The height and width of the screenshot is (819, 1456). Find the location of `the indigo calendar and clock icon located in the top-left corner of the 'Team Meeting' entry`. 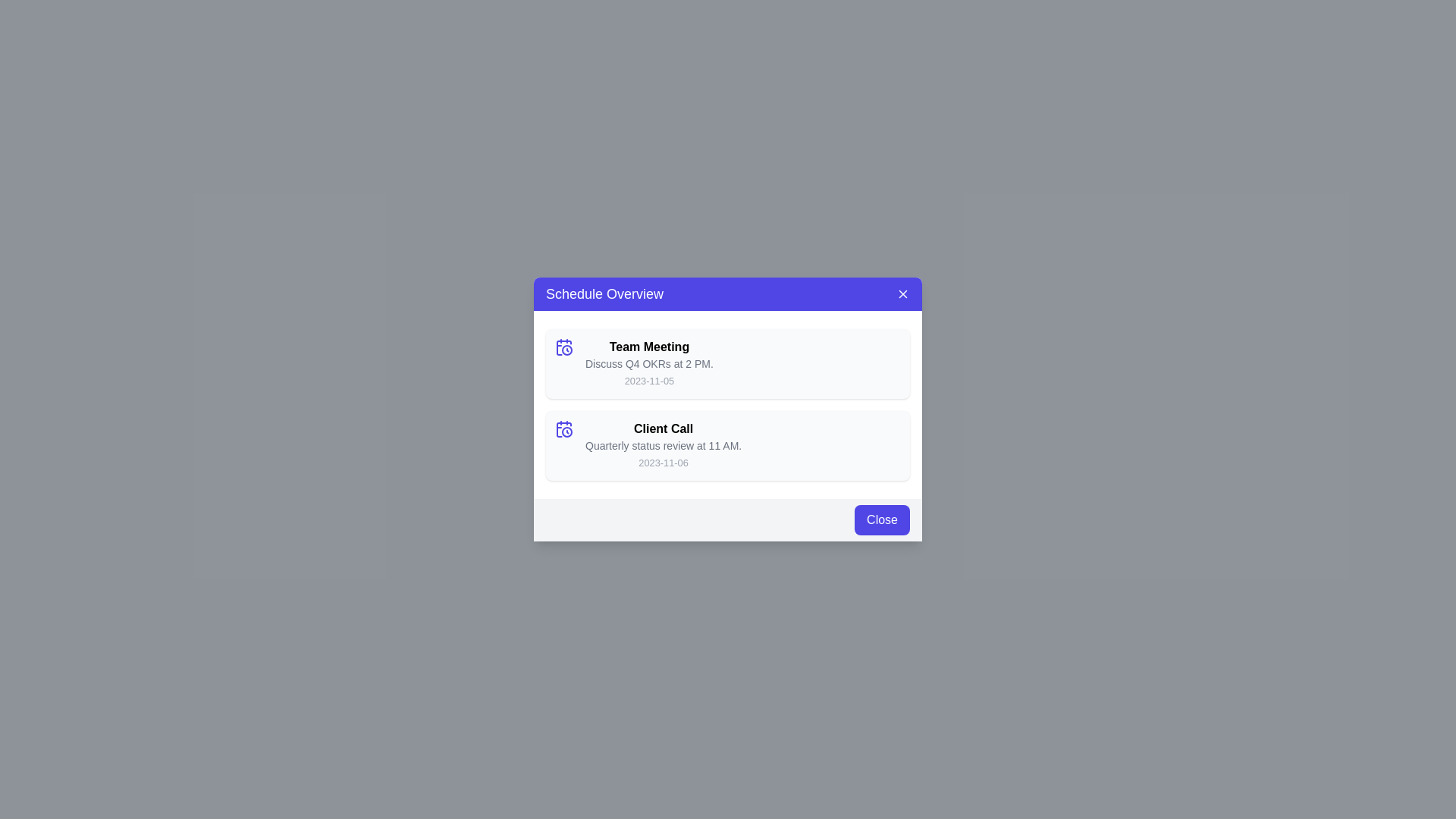

the indigo calendar and clock icon located in the top-left corner of the 'Team Meeting' entry is located at coordinates (563, 347).